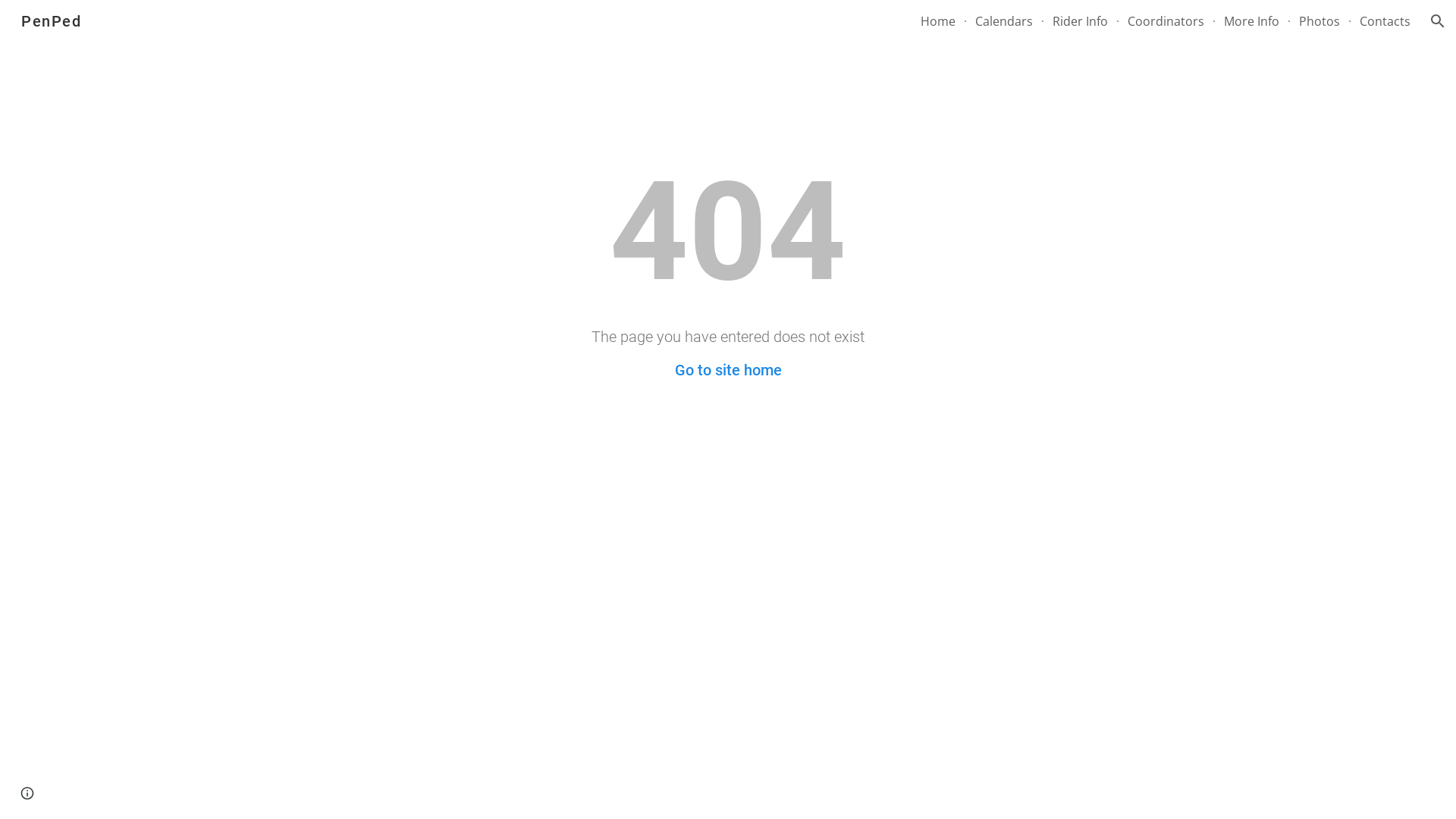 The image size is (1456, 819). What do you see at coordinates (51, 20) in the screenshot?
I see `'PenPed'` at bounding box center [51, 20].